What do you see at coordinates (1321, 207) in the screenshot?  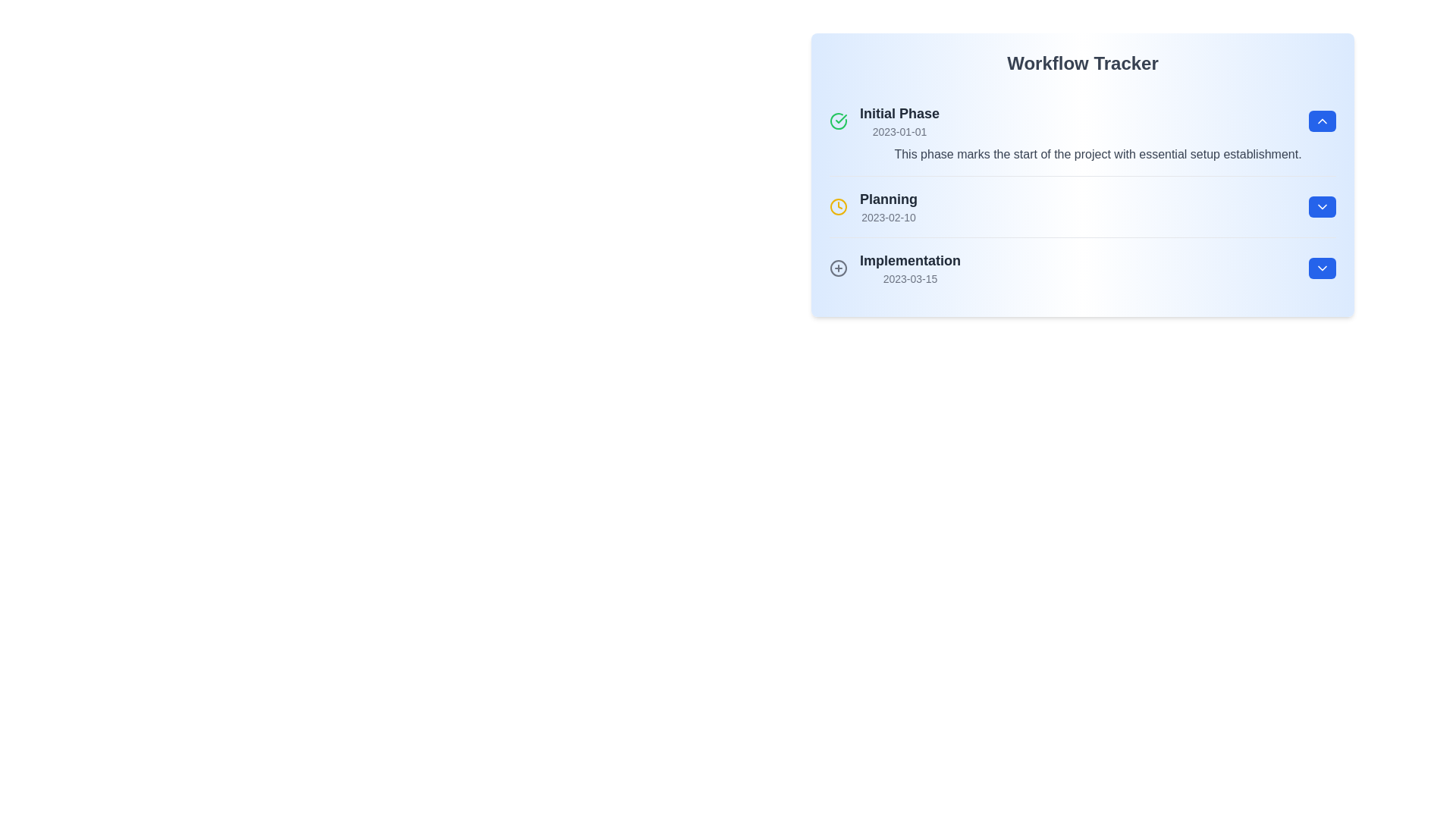 I see `the dropdown toggle button located in the 'Planning' section next to the text '2023-02-10'` at bounding box center [1321, 207].